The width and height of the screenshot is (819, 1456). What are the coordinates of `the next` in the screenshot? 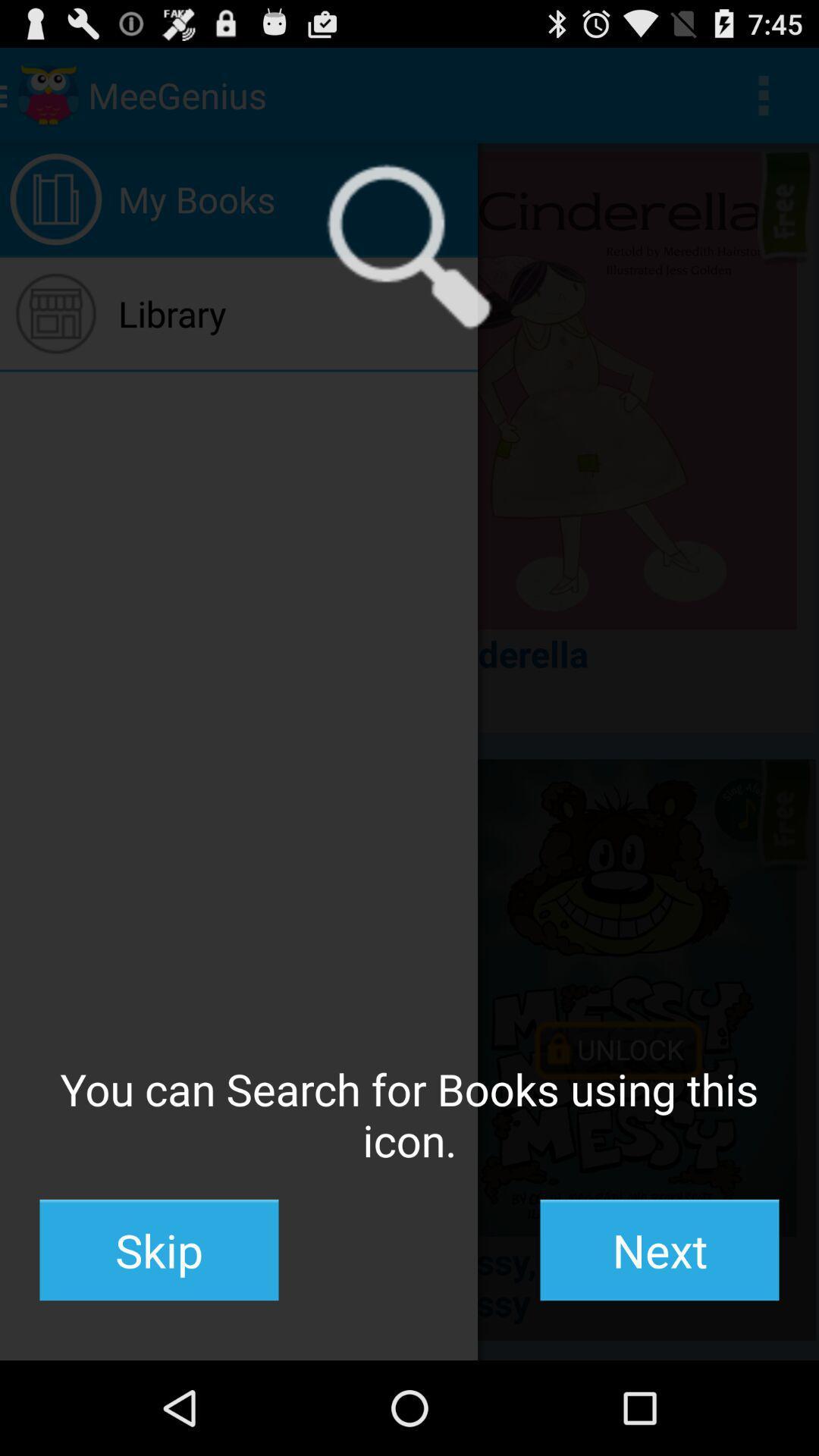 It's located at (659, 1250).